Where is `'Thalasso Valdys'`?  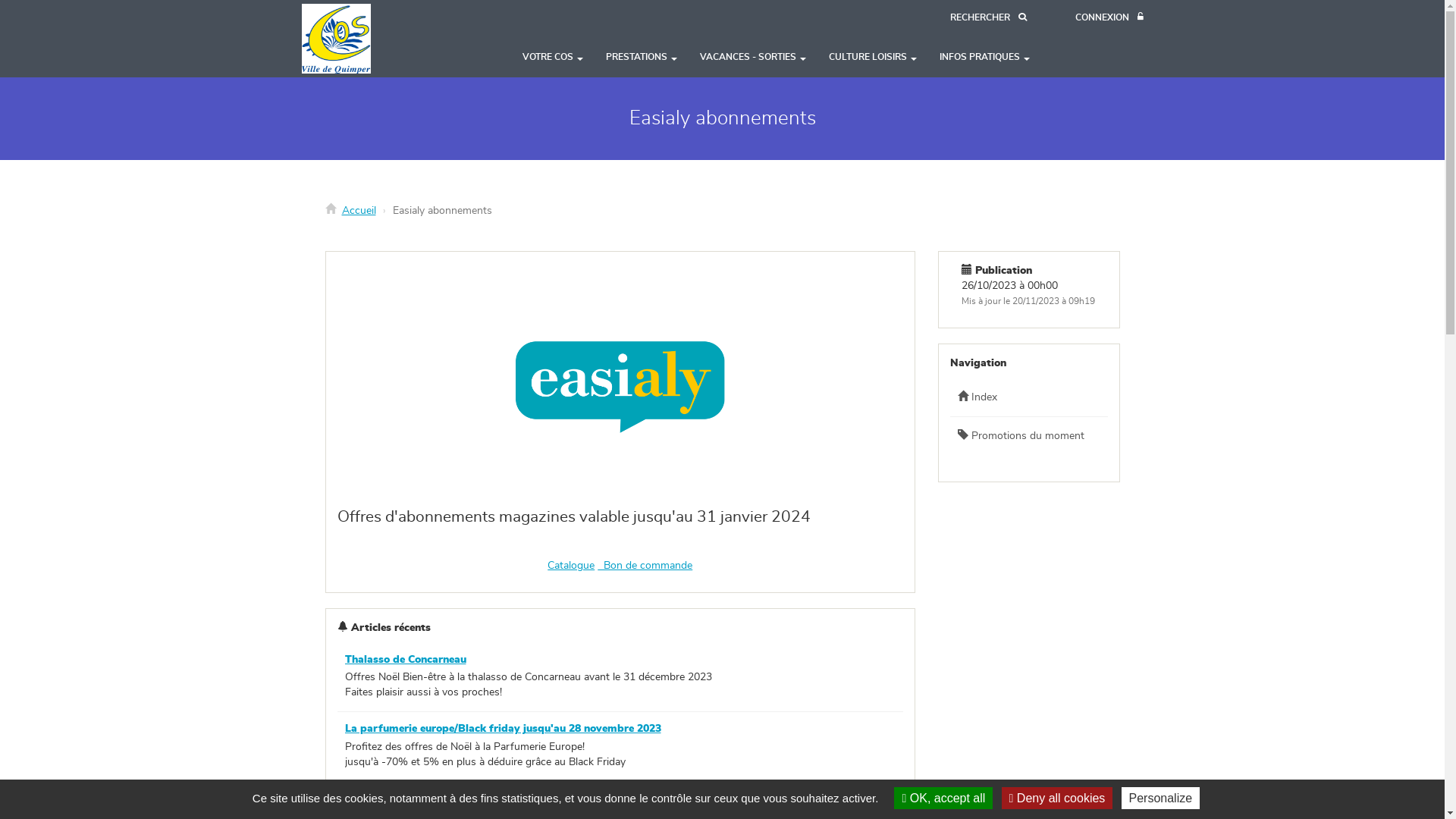 'Thalasso Valdys' is located at coordinates (344, 798).